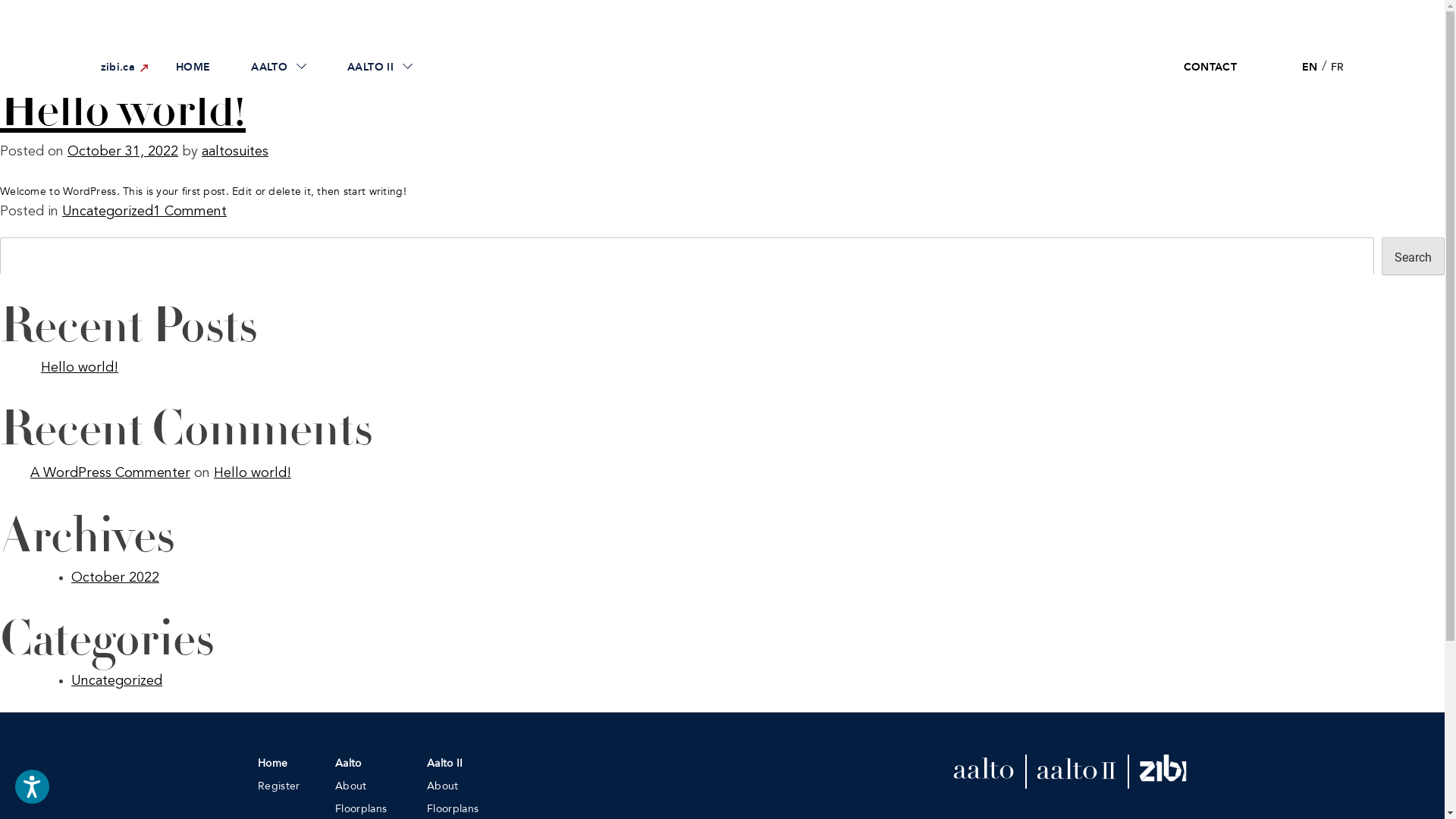 The width and height of the screenshot is (1456, 819). I want to click on 'EN', so click(1309, 66).